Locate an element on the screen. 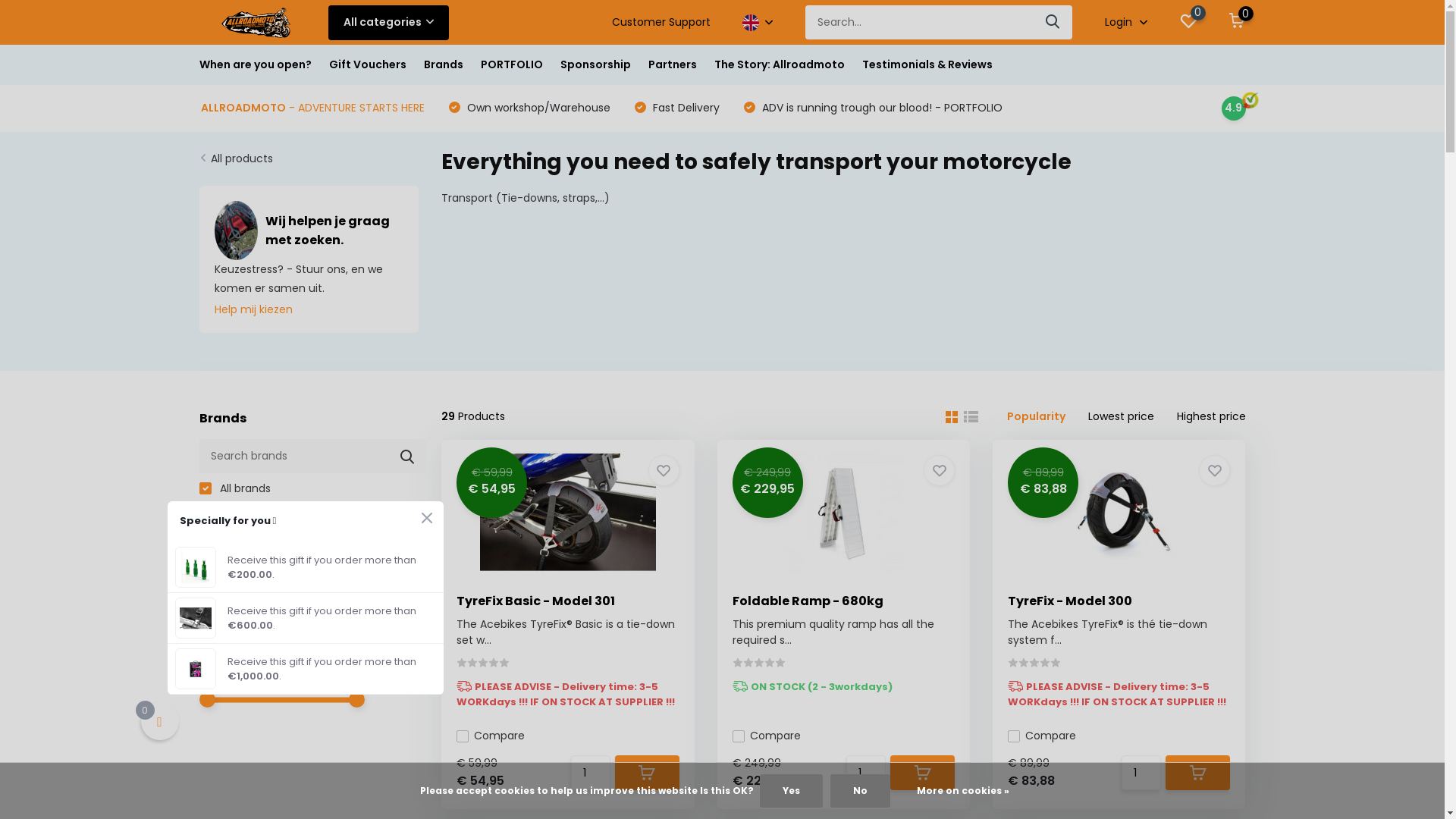 The height and width of the screenshot is (819, 1456). 'Login' is located at coordinates (1125, 22).